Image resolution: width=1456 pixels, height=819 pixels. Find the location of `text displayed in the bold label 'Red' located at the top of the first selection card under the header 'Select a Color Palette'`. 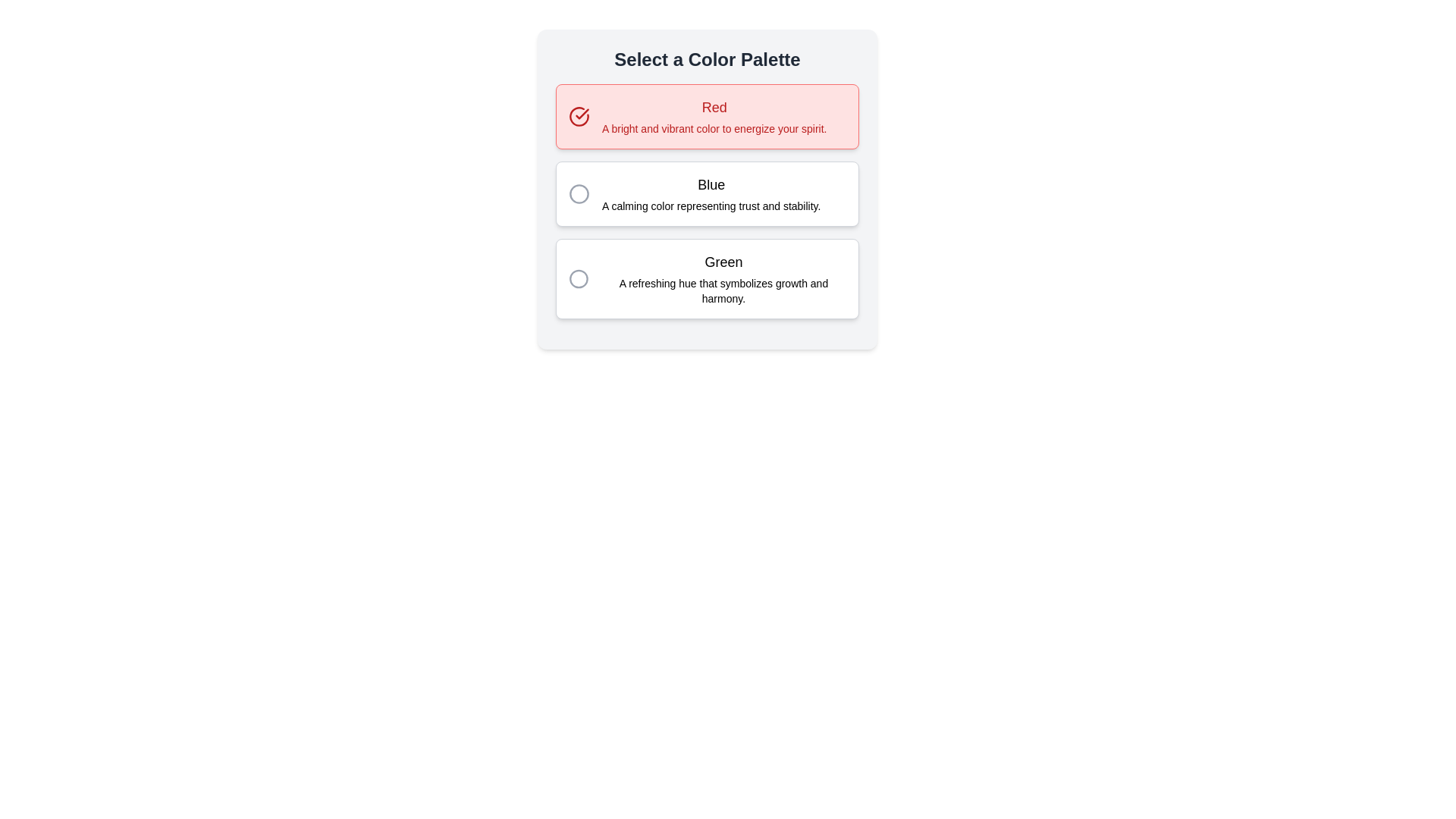

text displayed in the bold label 'Red' located at the top of the first selection card under the header 'Select a Color Palette' is located at coordinates (714, 107).